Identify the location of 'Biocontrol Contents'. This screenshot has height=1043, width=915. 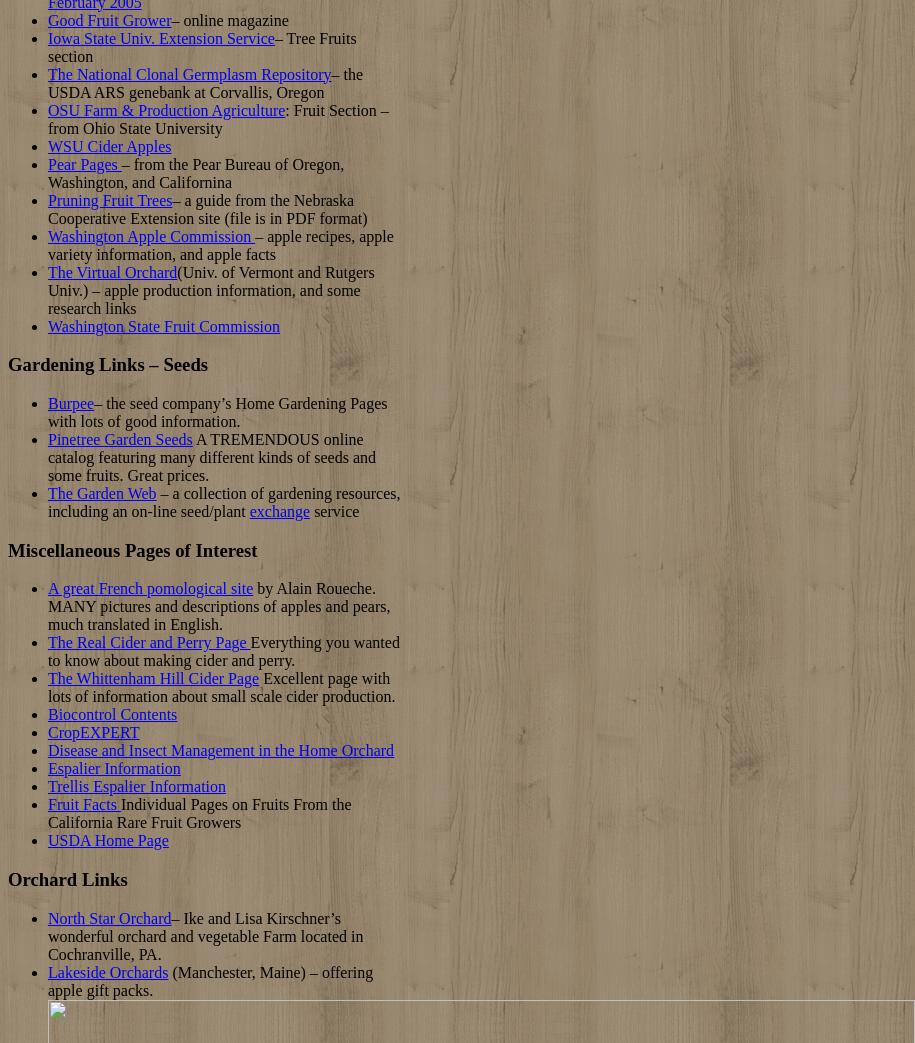
(112, 714).